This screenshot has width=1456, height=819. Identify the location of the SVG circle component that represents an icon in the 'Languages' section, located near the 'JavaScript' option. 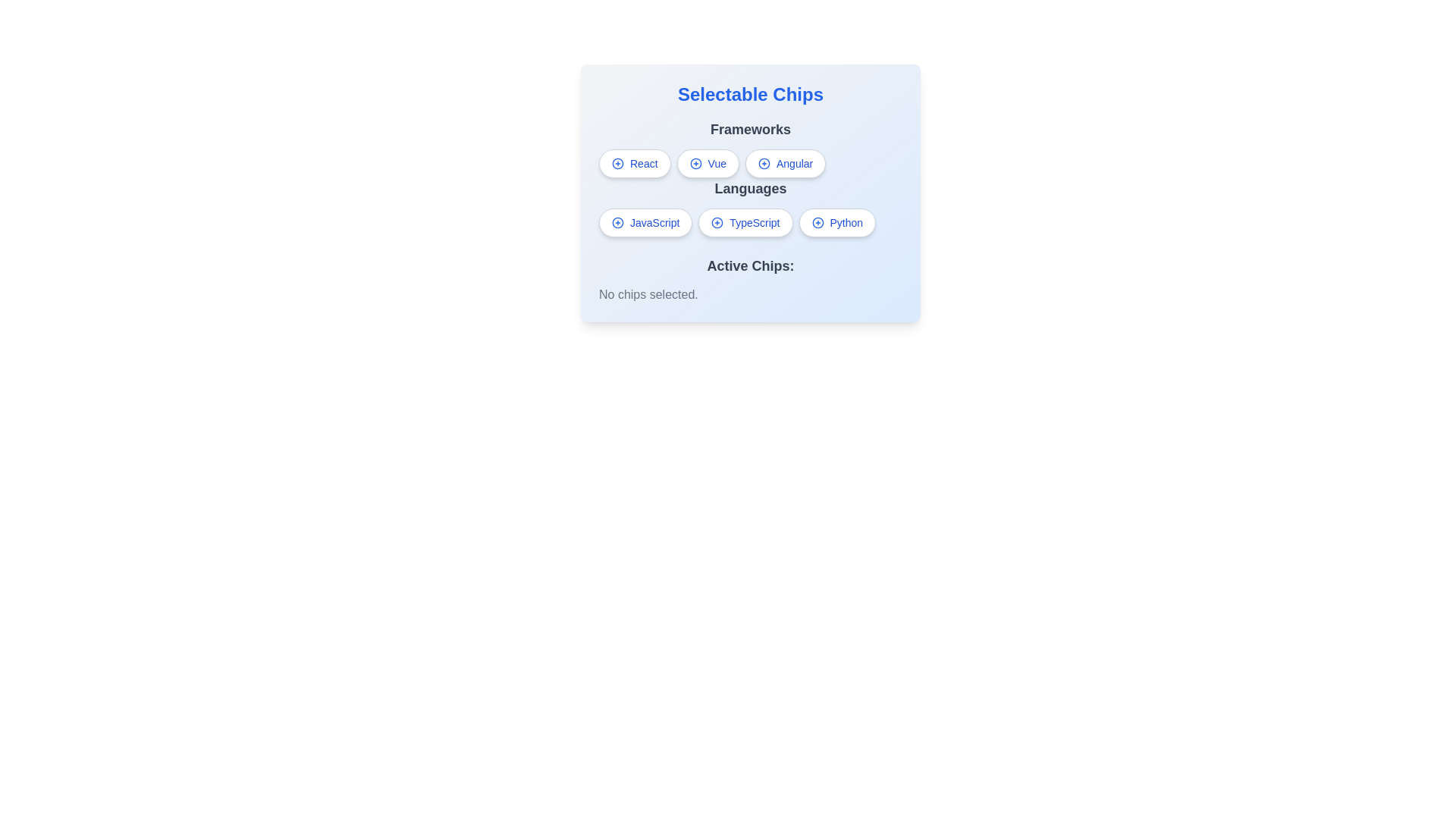
(618, 222).